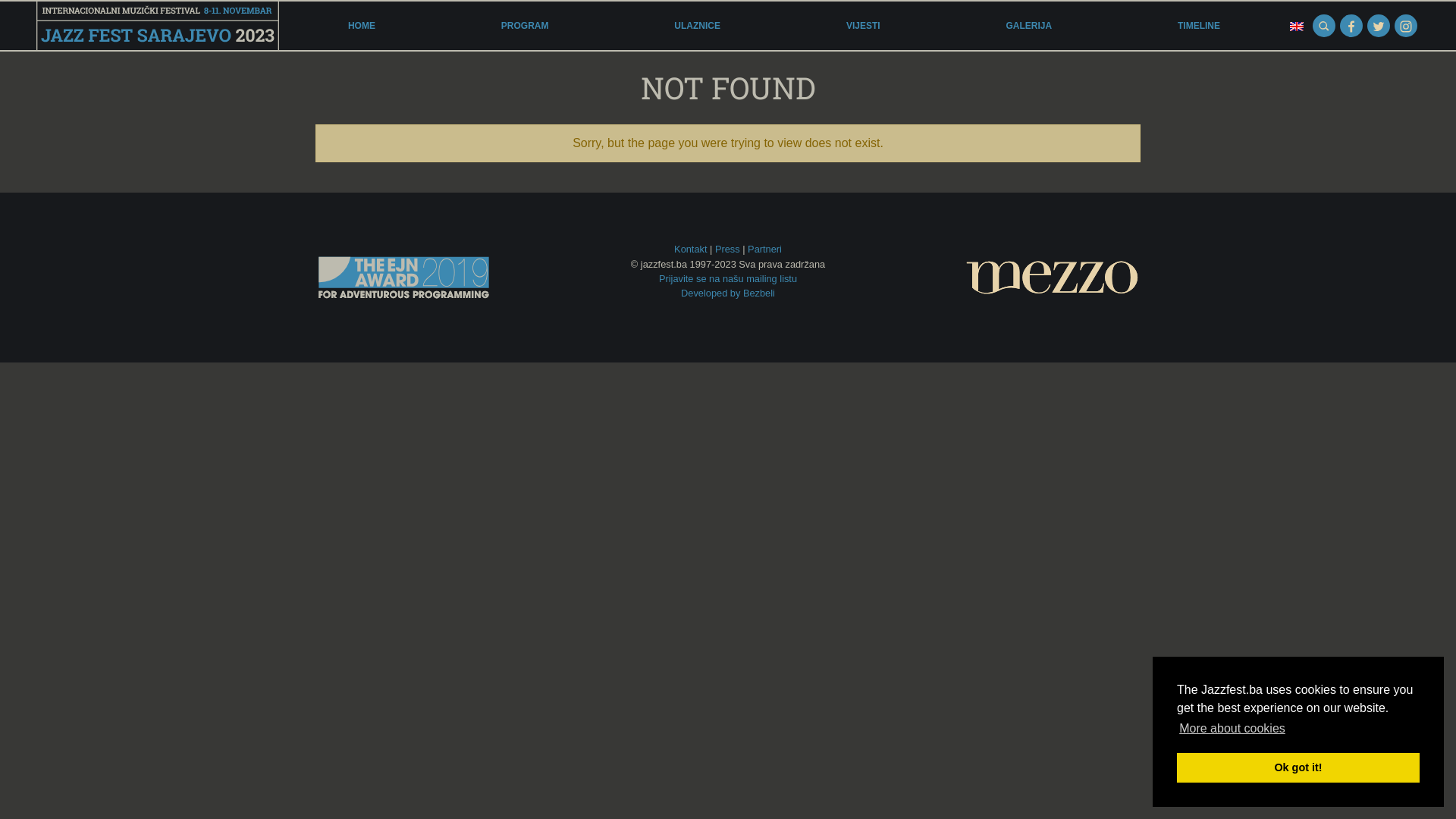 This screenshot has width=1456, height=819. I want to click on 'PROGRAM', so click(525, 26).